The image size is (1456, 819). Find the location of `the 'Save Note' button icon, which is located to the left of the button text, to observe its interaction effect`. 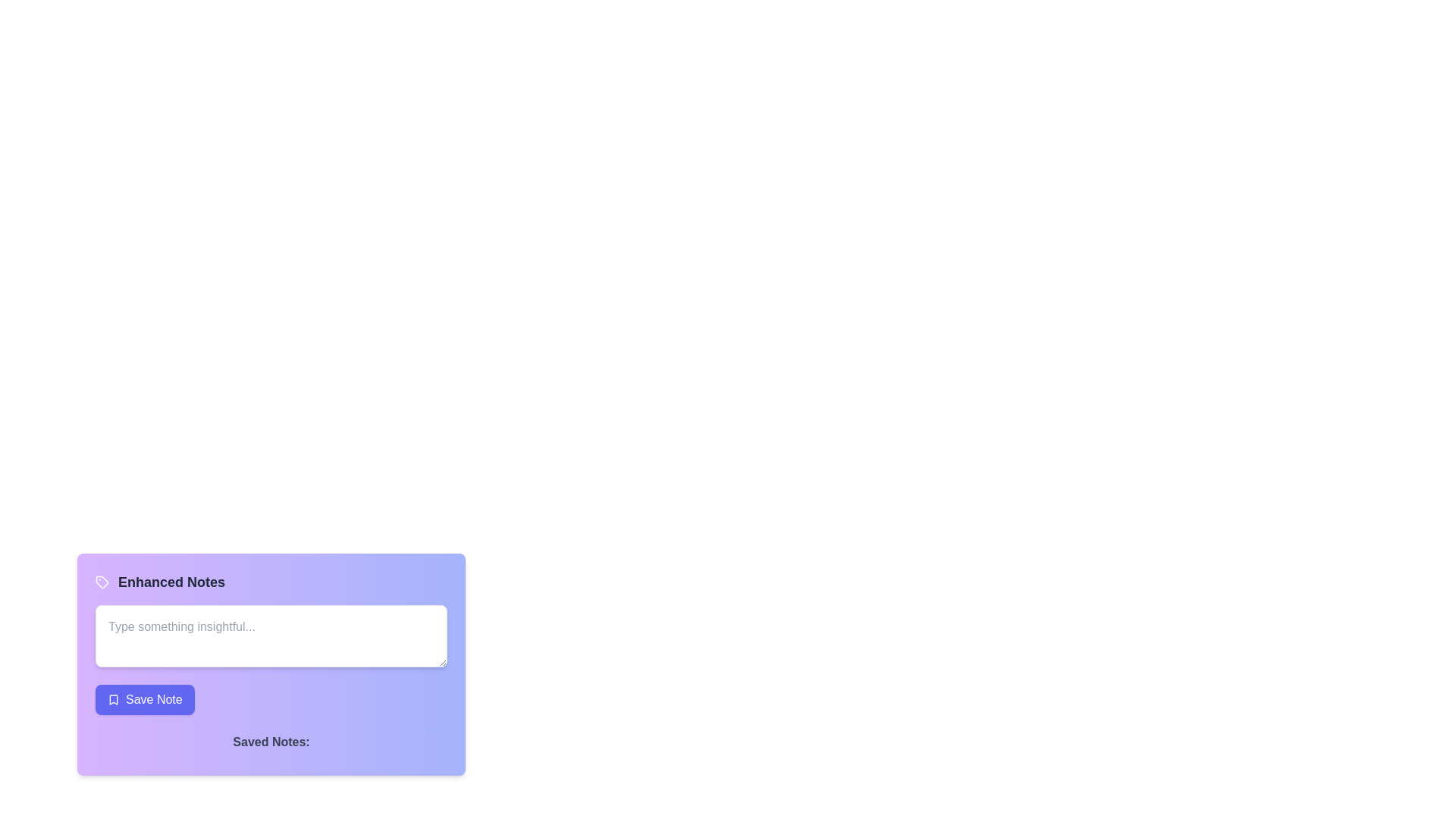

the 'Save Note' button icon, which is located to the left of the button text, to observe its interaction effect is located at coordinates (112, 699).